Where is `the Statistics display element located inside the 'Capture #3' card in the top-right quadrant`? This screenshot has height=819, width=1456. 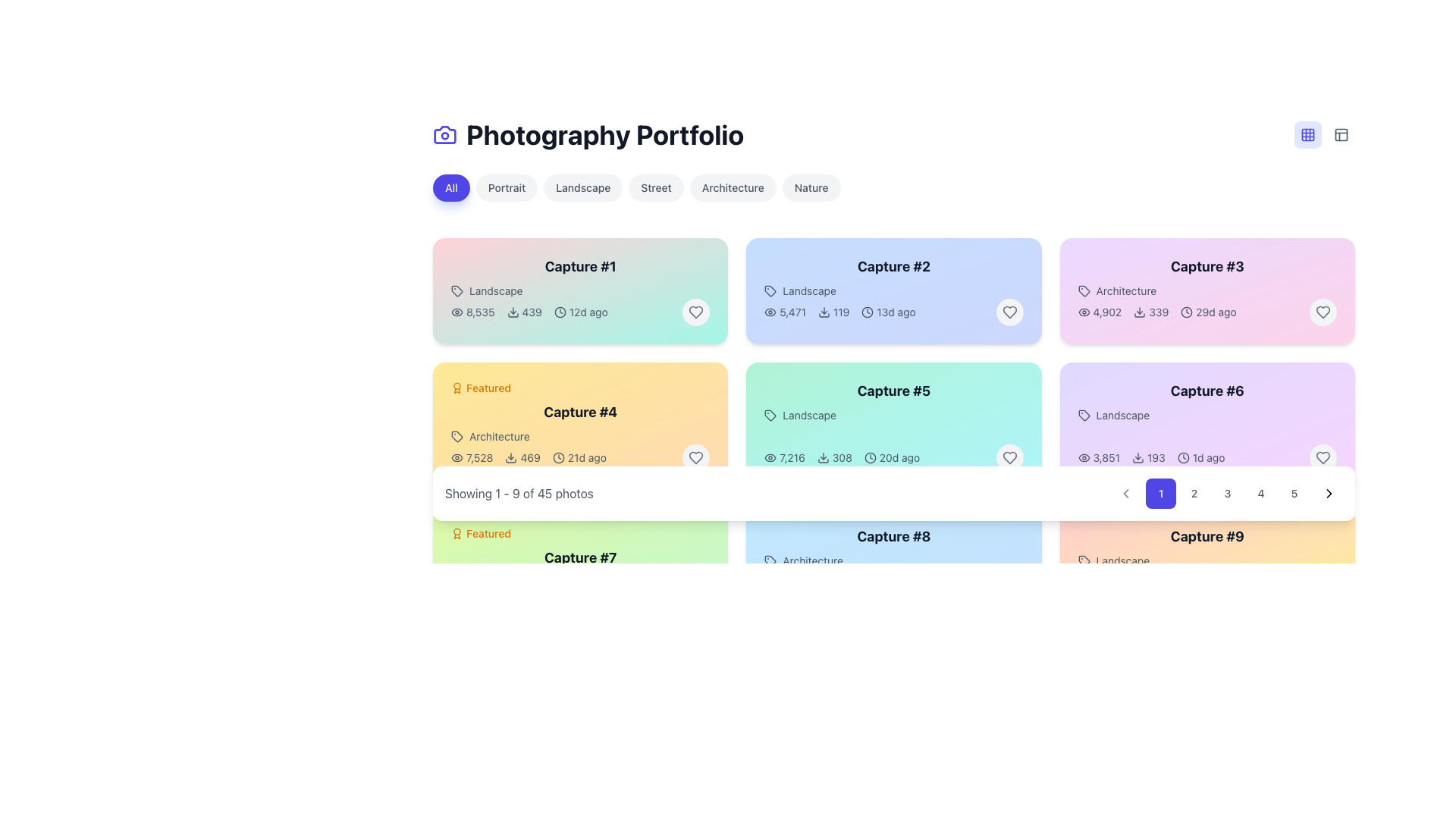 the Statistics display element located inside the 'Capture #3' card in the top-right quadrant is located at coordinates (1156, 312).